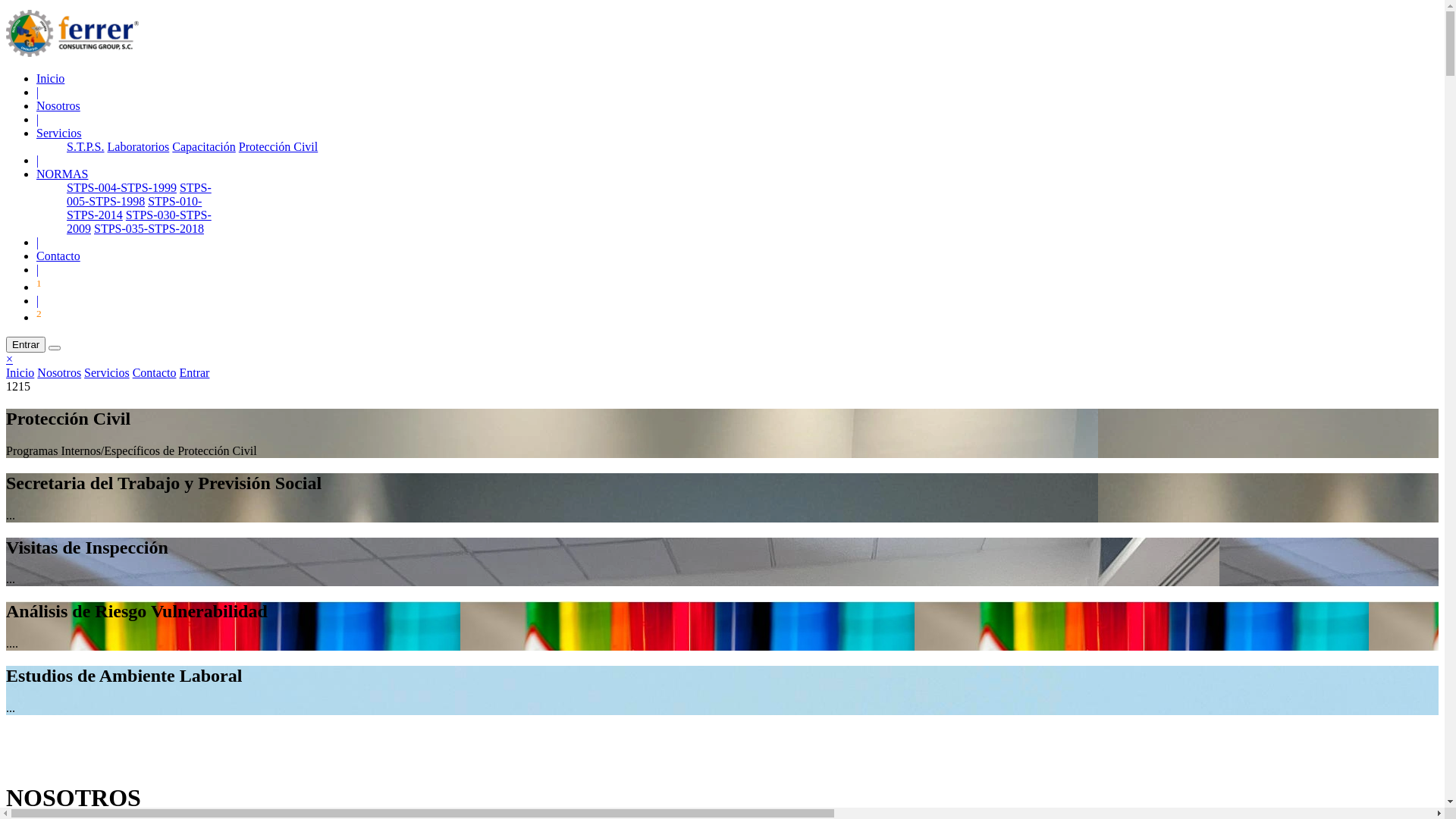 The height and width of the screenshot is (819, 1456). I want to click on 'STPS-005-STPS-1998', so click(139, 193).